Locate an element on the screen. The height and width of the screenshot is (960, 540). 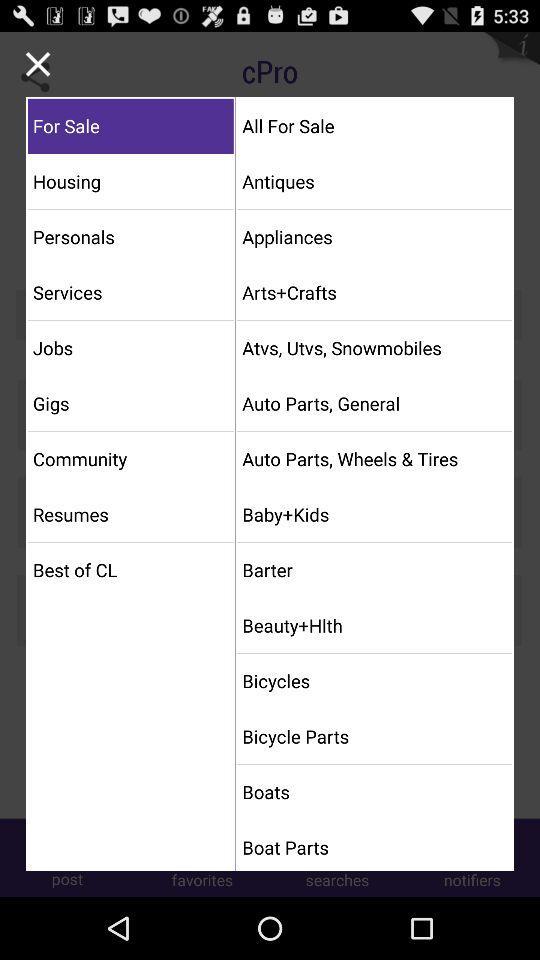
the item below beauty+hlth icon is located at coordinates (374, 681).